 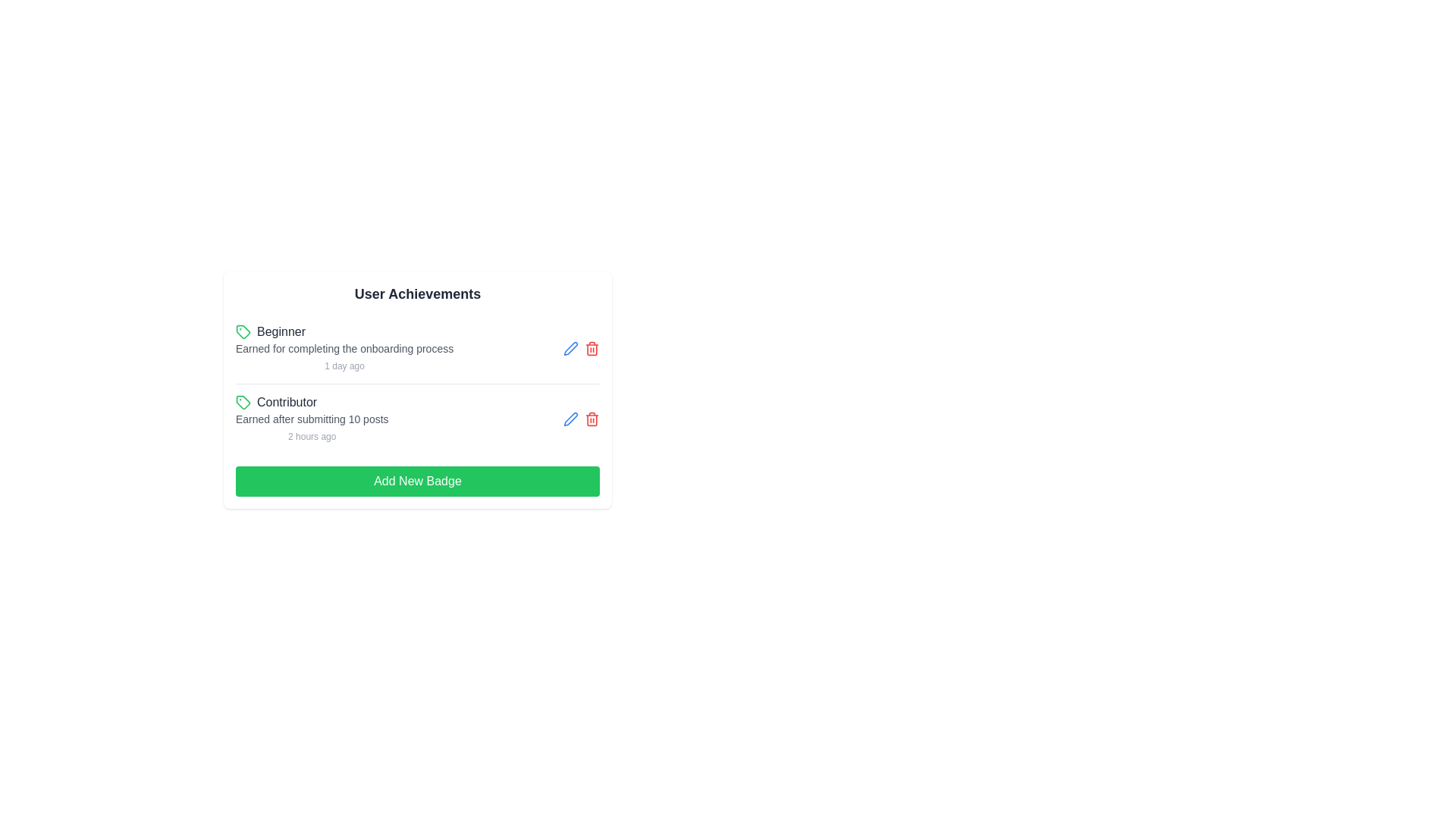 What do you see at coordinates (418, 482) in the screenshot?
I see `the 'Add New Badge' button located at the bottom of the 'User Achievements' section` at bounding box center [418, 482].